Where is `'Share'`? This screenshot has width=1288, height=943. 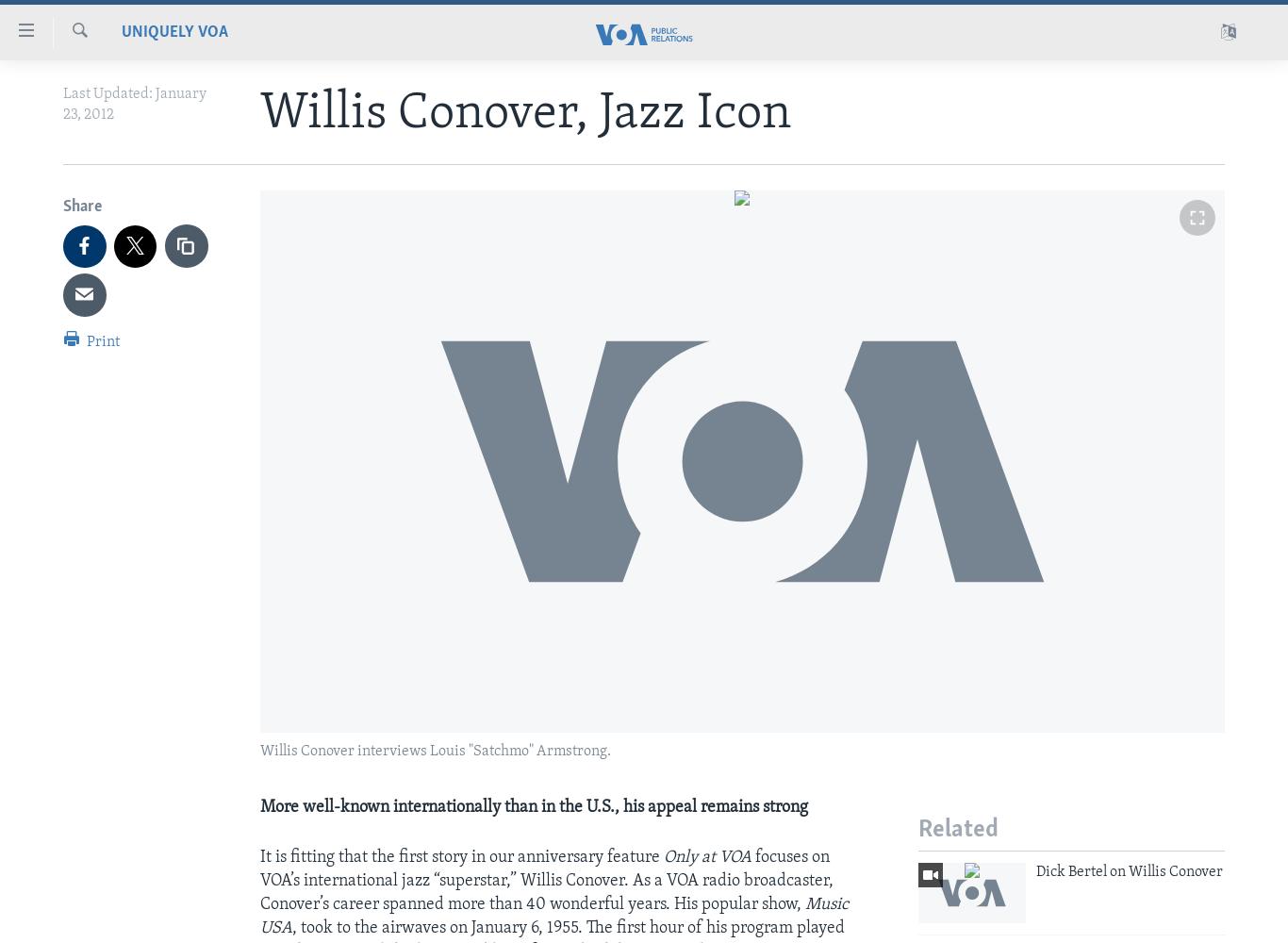 'Share' is located at coordinates (62, 206).